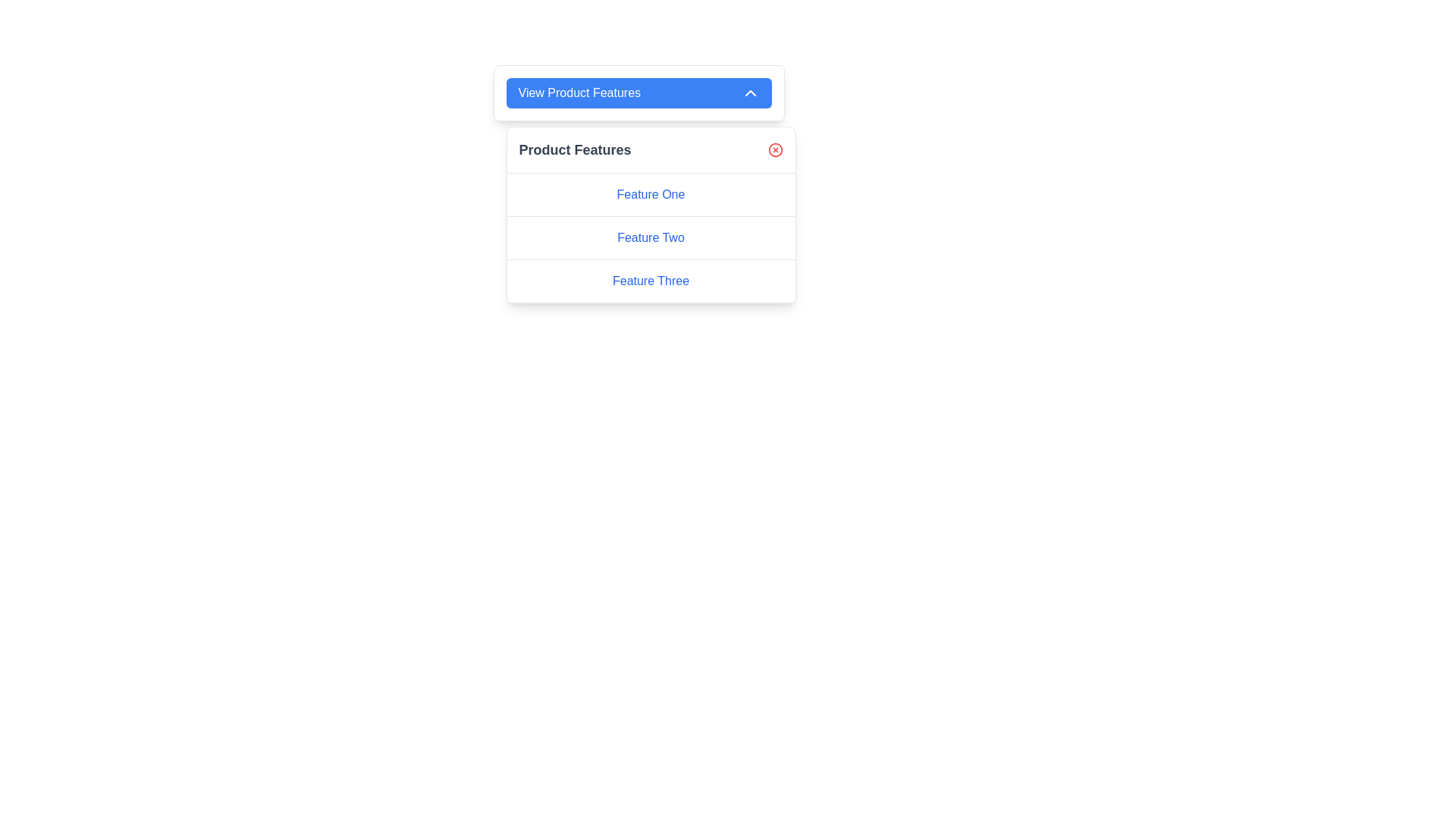 This screenshot has height=819, width=1456. I want to click on the text element labeled 'Feature Three', which is styled in blue and bold, positioned as the third item in a vertical list under 'Product Features', so click(651, 281).